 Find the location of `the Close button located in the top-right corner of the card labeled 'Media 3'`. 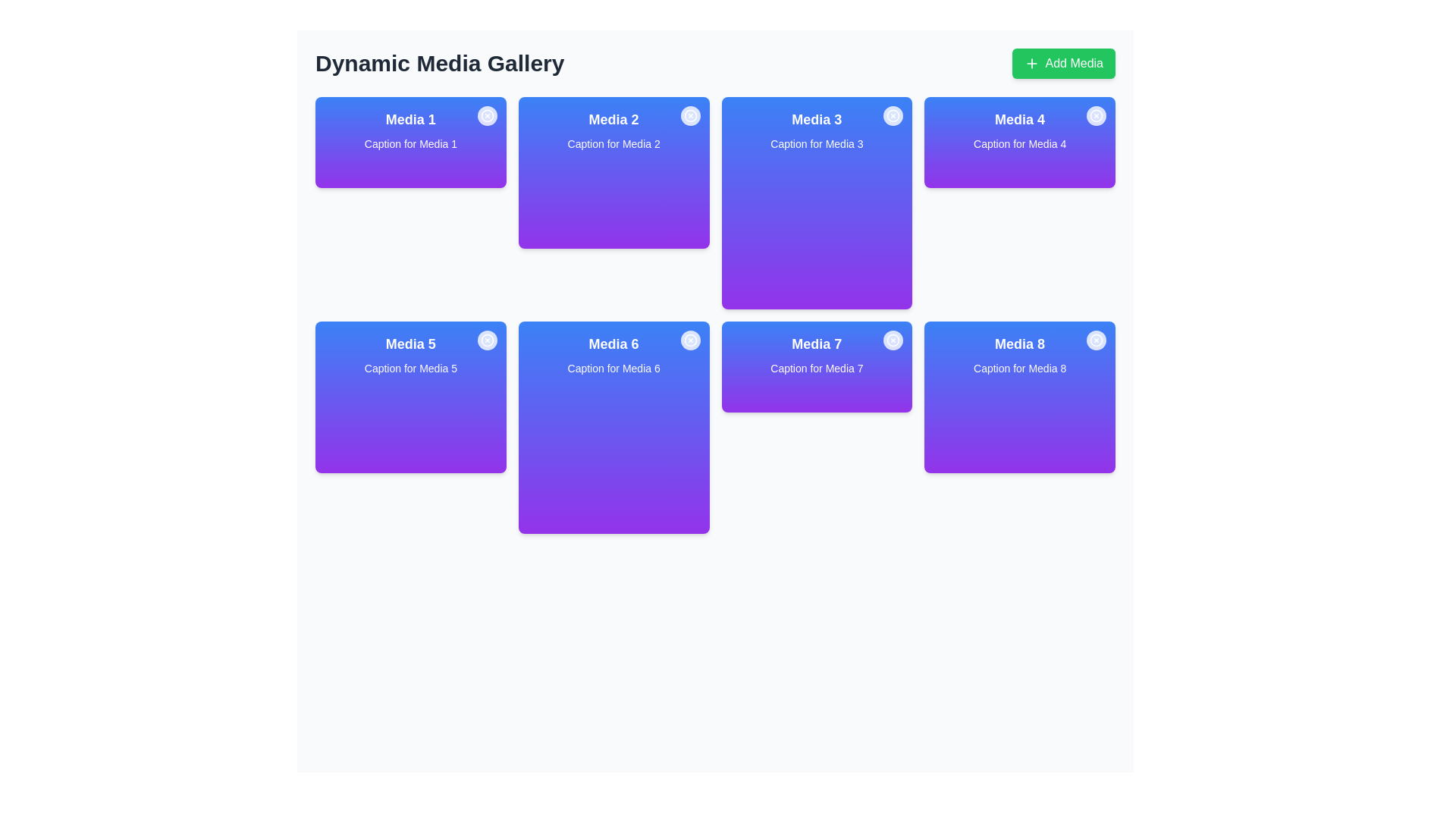

the Close button located in the top-right corner of the card labeled 'Media 3' is located at coordinates (893, 115).